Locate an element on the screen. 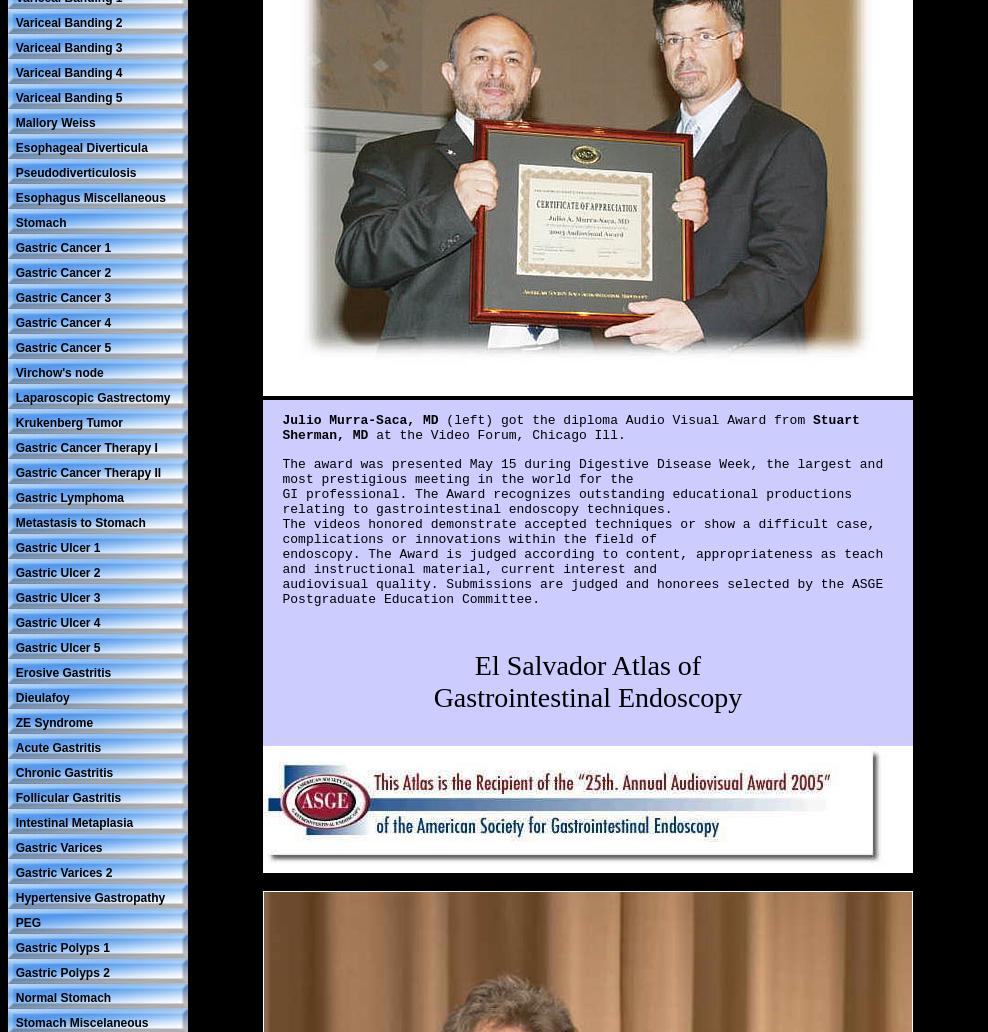 This screenshot has width=988, height=1032. 'Krukenberg Tumor' is located at coordinates (14, 420).